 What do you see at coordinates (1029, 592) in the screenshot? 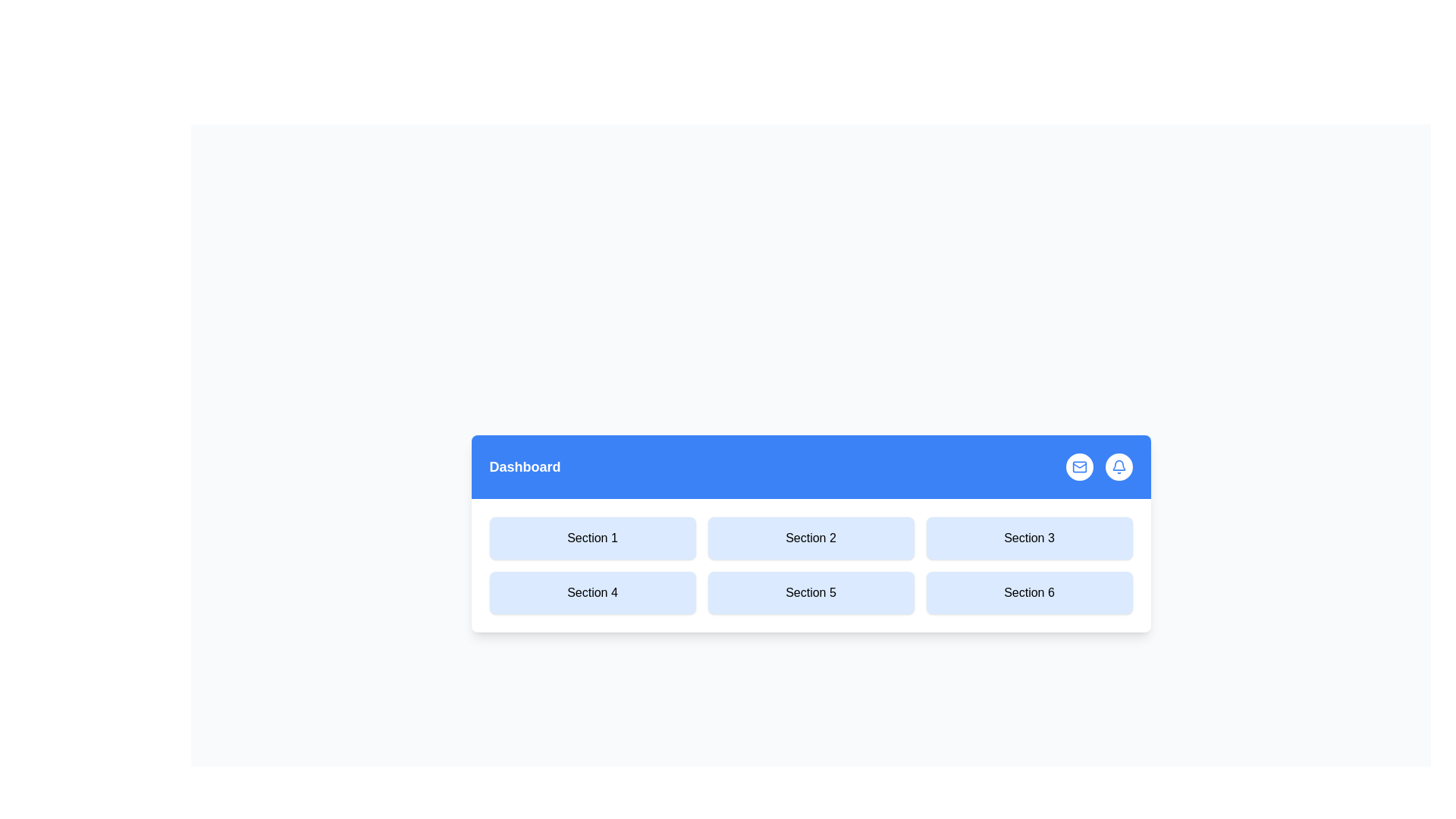
I see `the non-interactive button-like UI component with a light blue background and black text reading 'Section 6', located in the second row and third column of the grid layout` at bounding box center [1029, 592].